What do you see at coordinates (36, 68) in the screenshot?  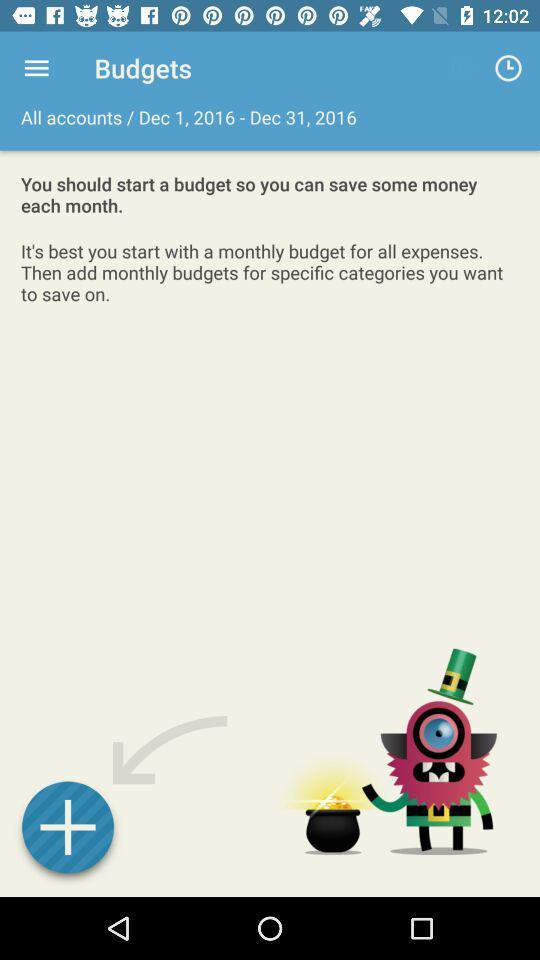 I see `the app above the all accounts dec item` at bounding box center [36, 68].